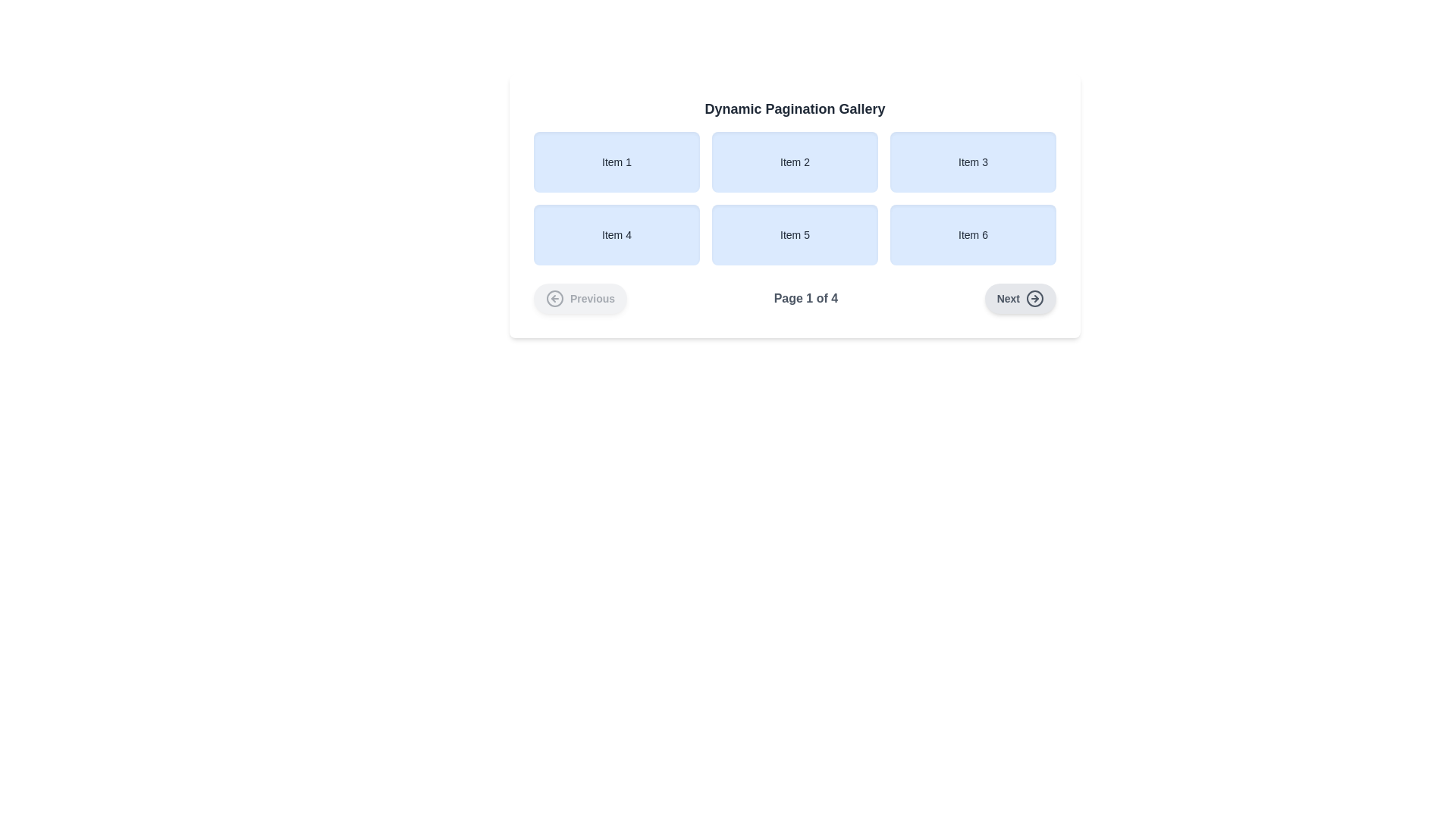 The image size is (1456, 819). What do you see at coordinates (805, 298) in the screenshot?
I see `the static text element that displays the current page number and total number of pages in the pagination control area, located between the 'Previous' and 'Next' buttons` at bounding box center [805, 298].